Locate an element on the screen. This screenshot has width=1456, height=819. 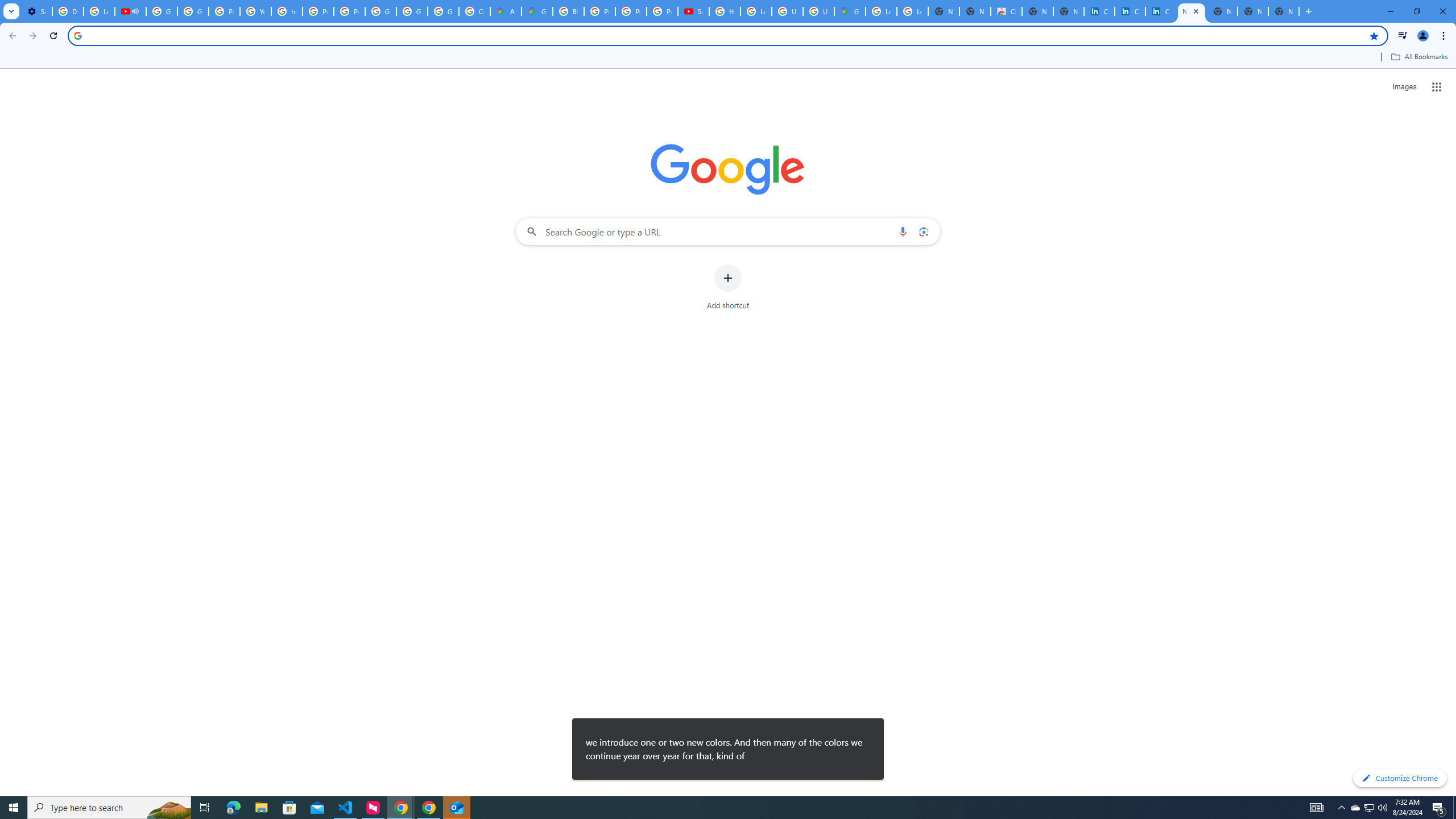
'Delete photos & videos - Computer - Google Photos Help' is located at coordinates (67, 11).